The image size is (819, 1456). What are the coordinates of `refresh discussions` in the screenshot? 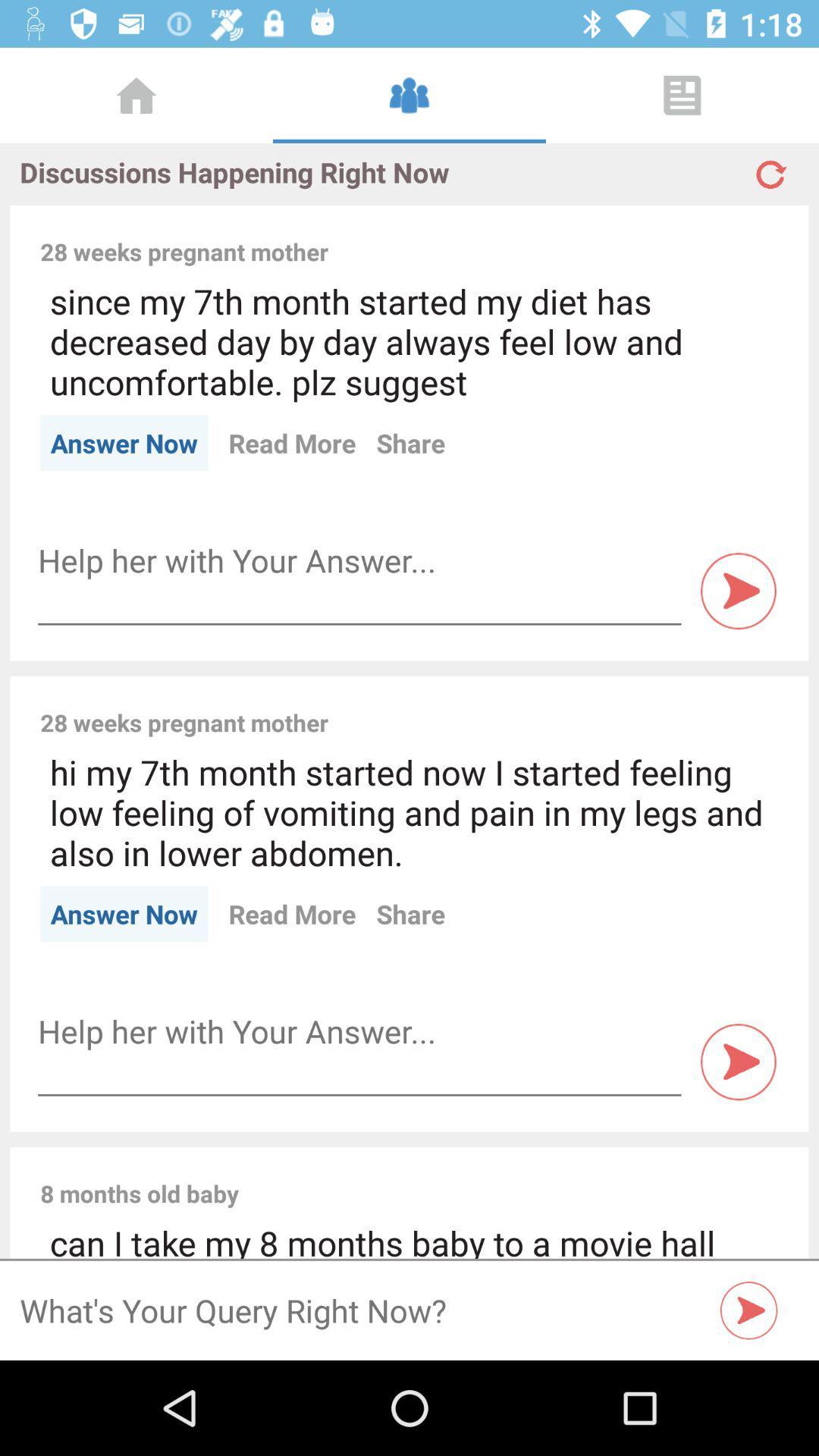 It's located at (769, 168).